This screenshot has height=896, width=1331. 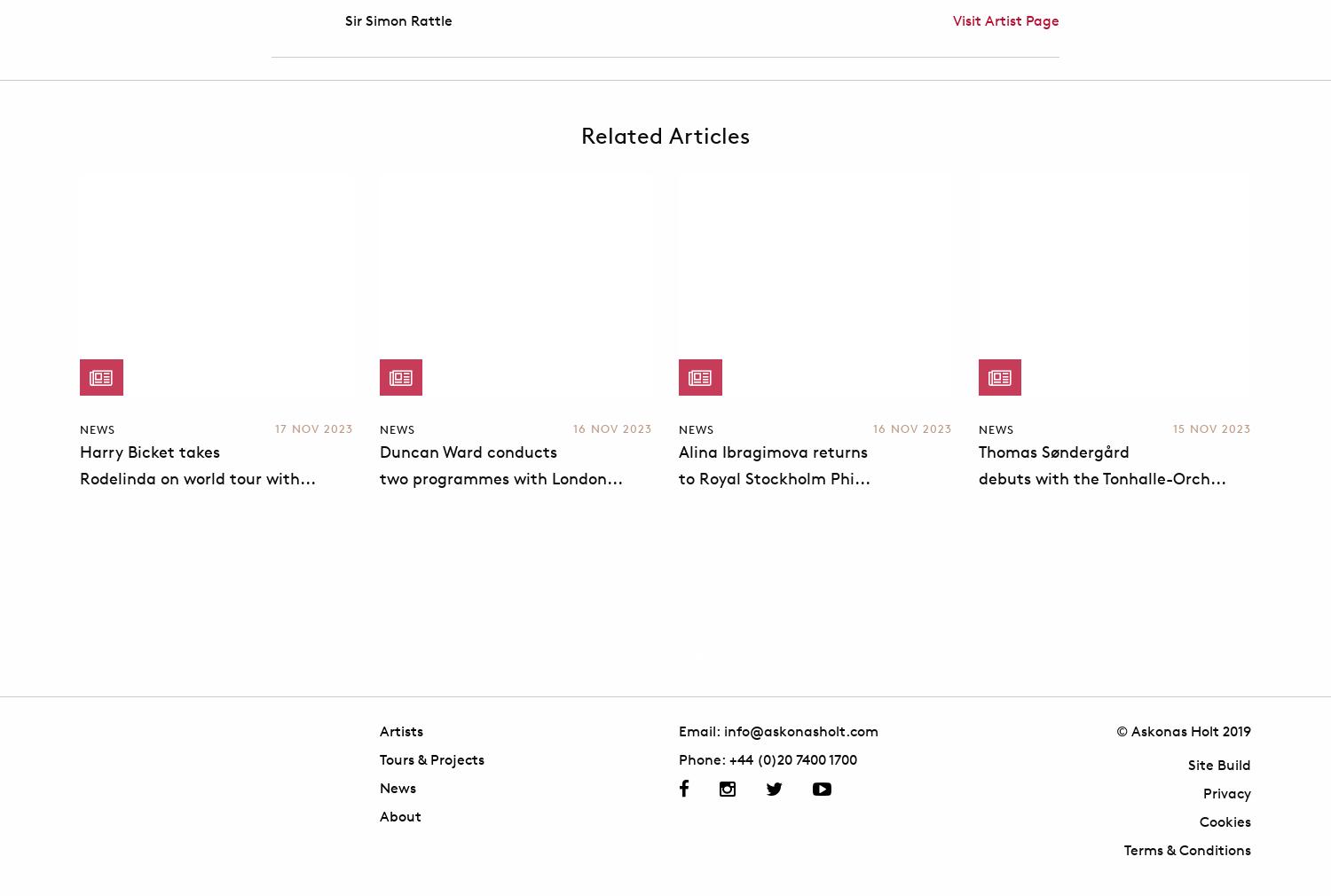 I want to click on 'Related Articles', so click(x=665, y=134).